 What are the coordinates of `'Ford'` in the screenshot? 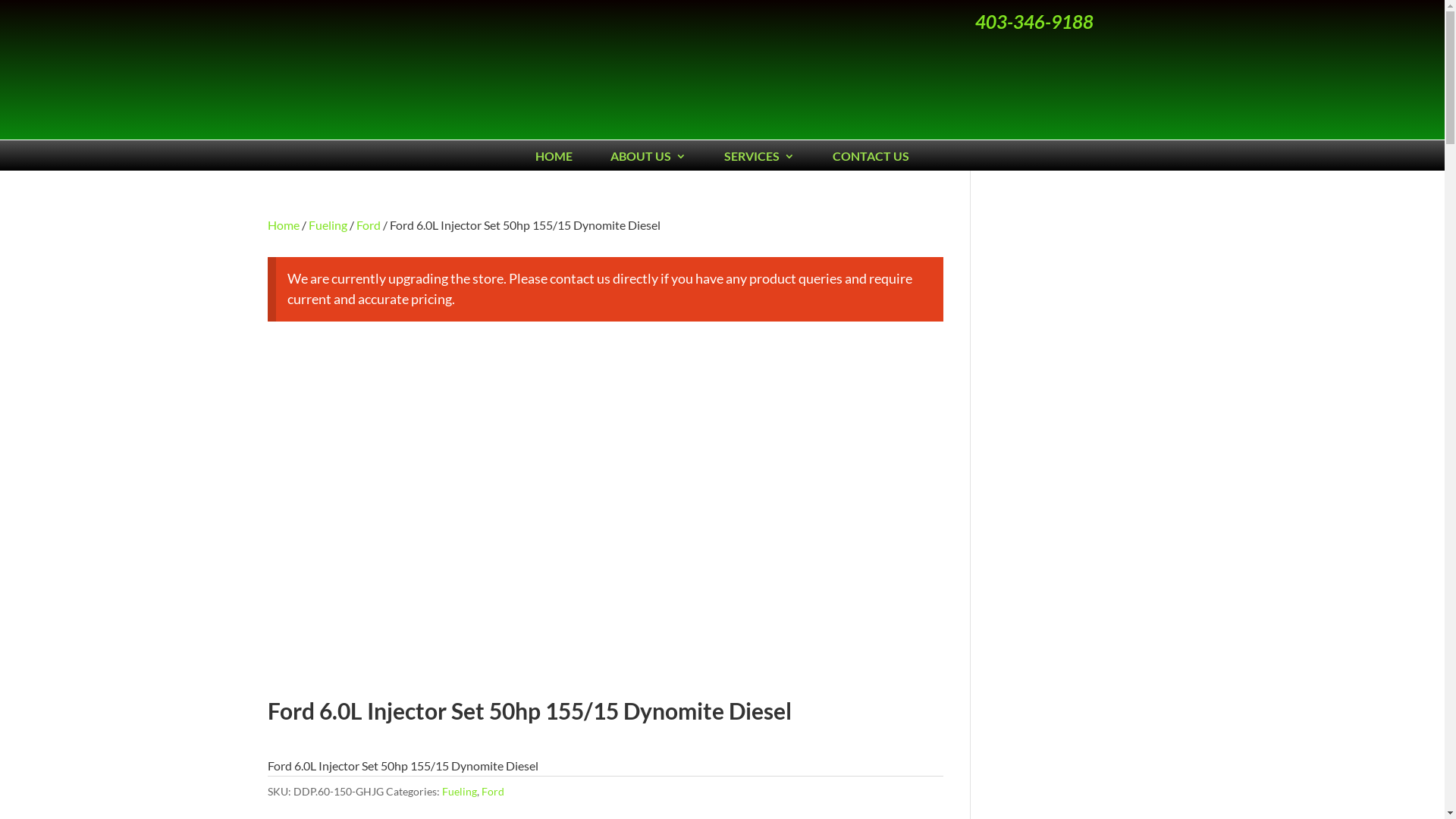 It's located at (368, 224).